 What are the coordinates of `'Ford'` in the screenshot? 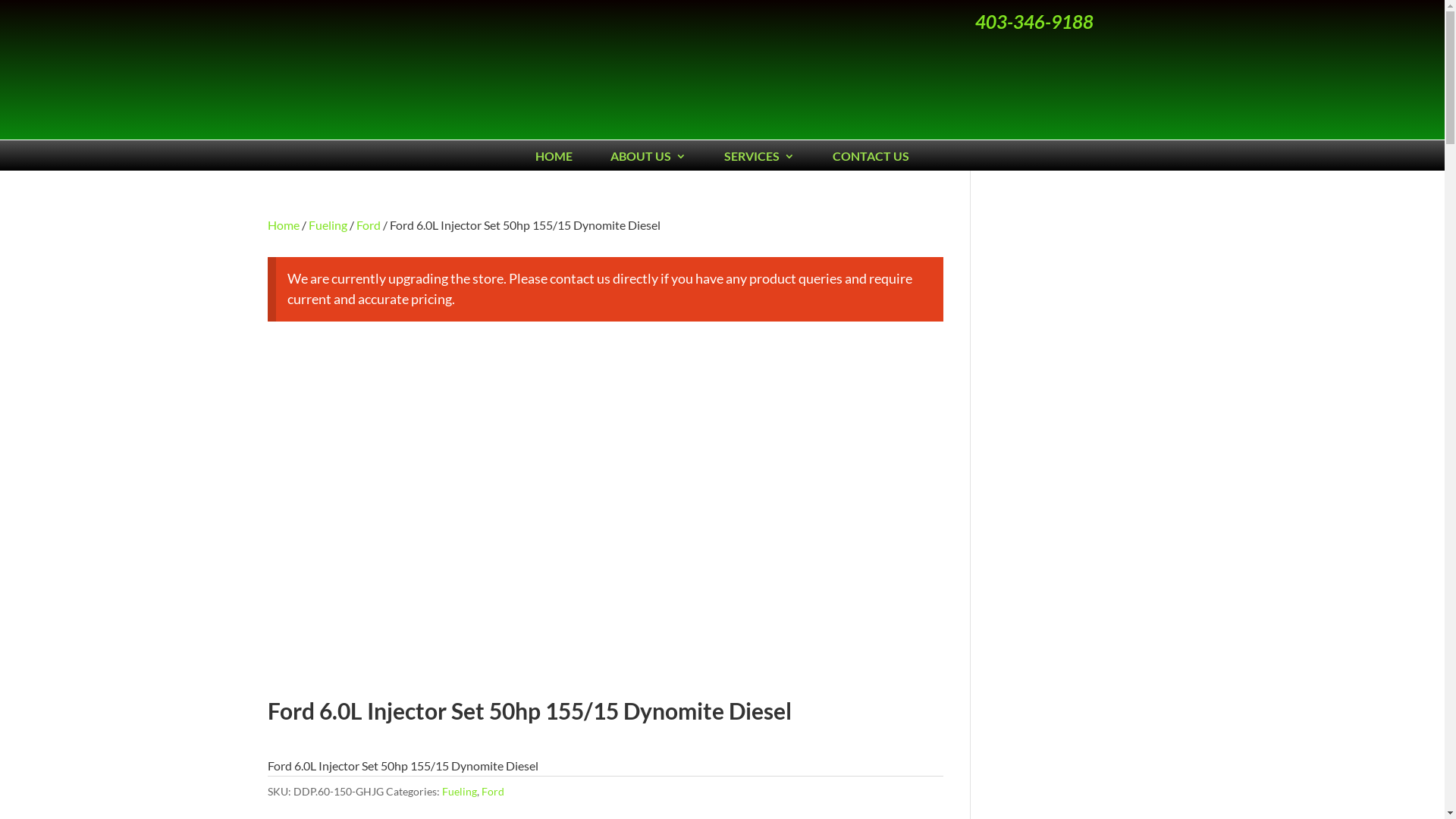 It's located at (368, 224).